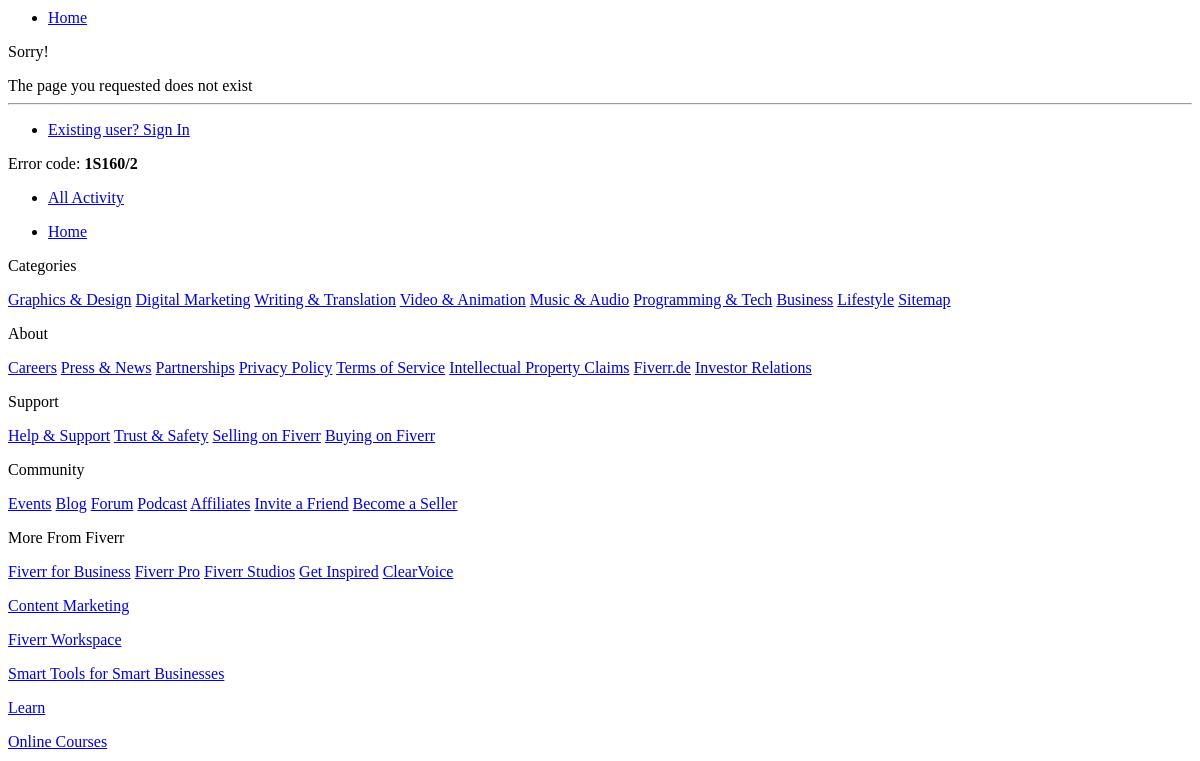  Describe the element at coordinates (86, 196) in the screenshot. I see `'All Activity'` at that location.